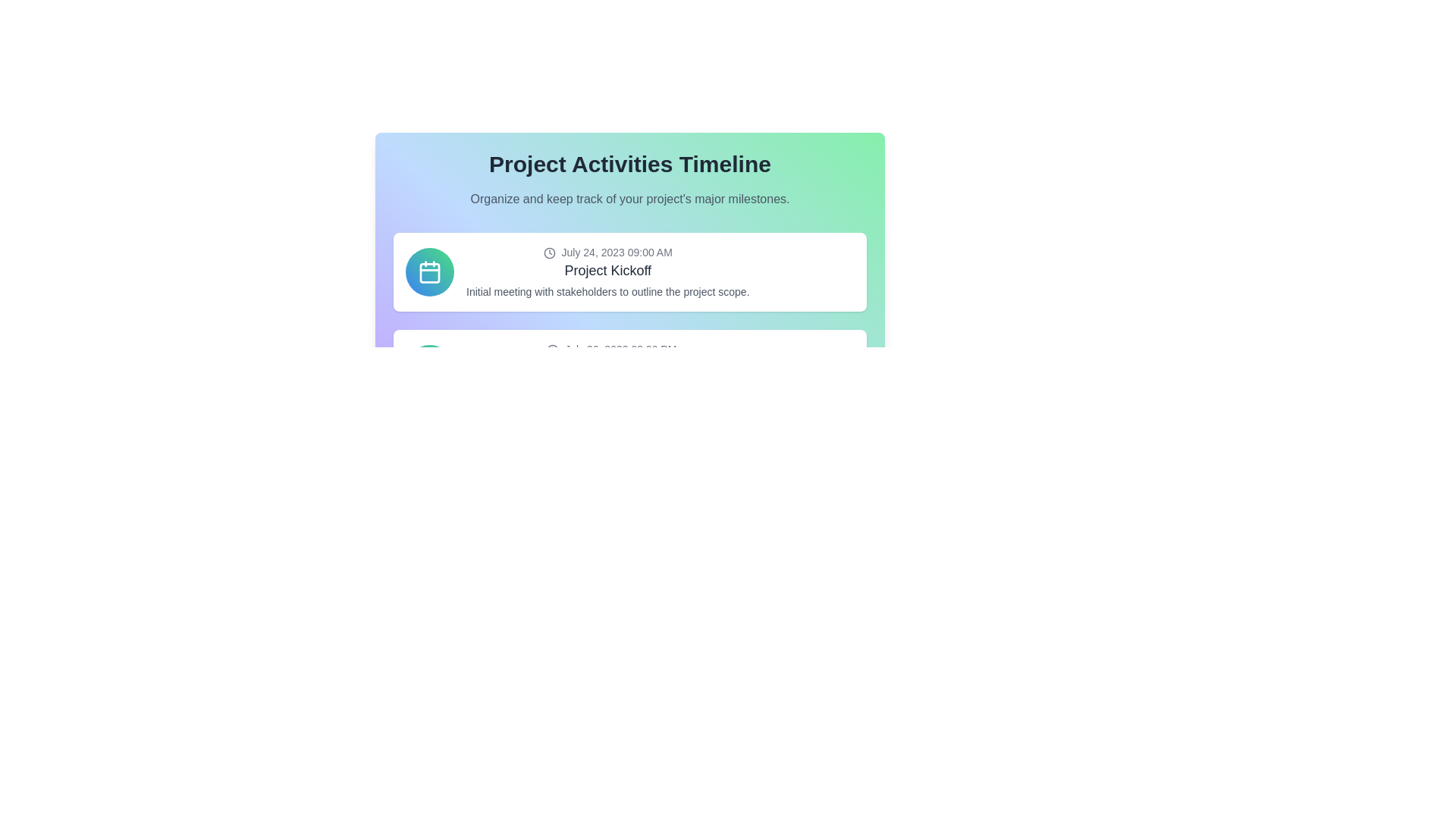 This screenshot has width=1456, height=819. I want to click on the event indicator icon located centrally within the circular button on the timeline card related to project activities, so click(428, 369).